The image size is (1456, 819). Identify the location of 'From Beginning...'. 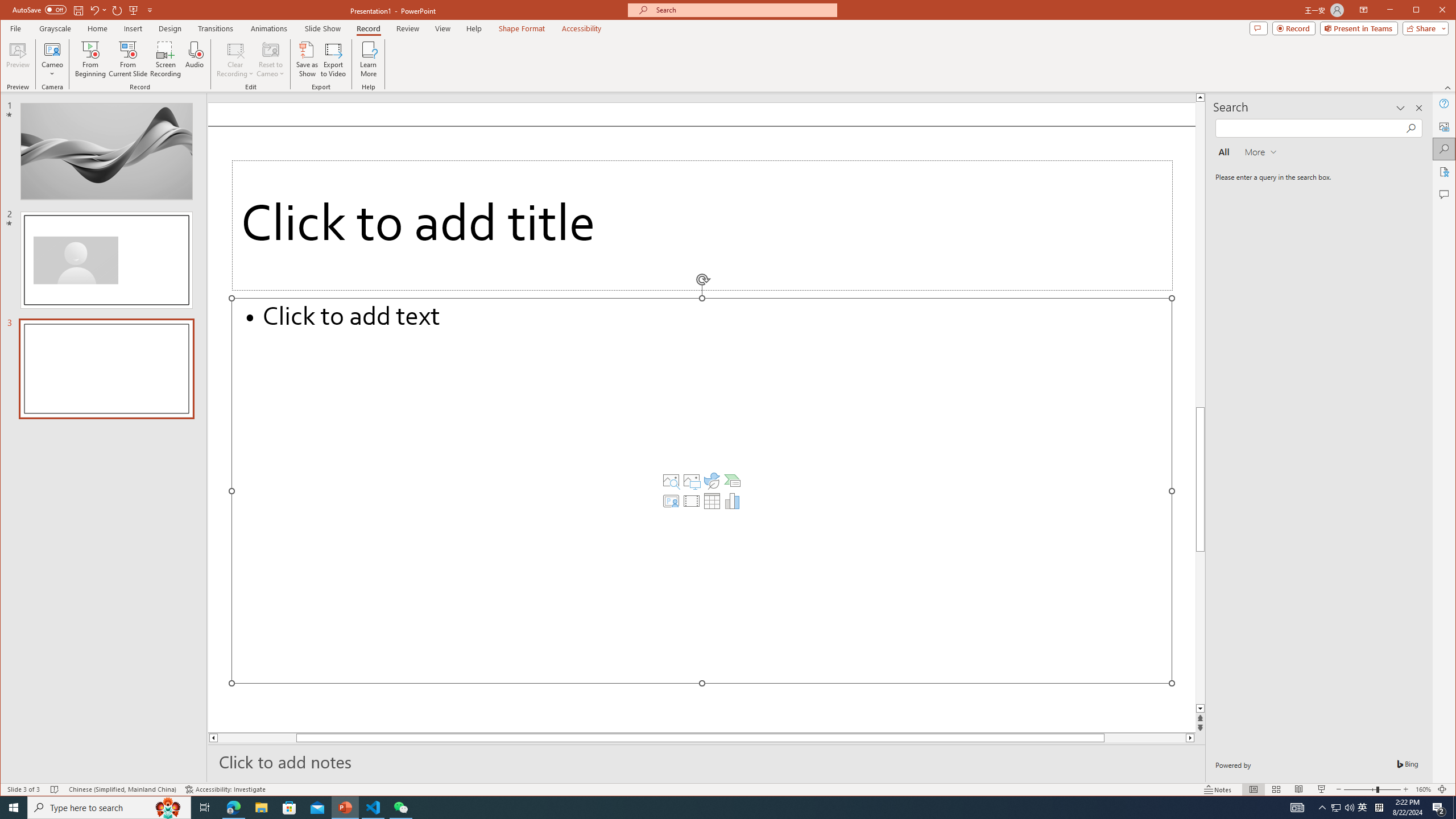
(90, 59).